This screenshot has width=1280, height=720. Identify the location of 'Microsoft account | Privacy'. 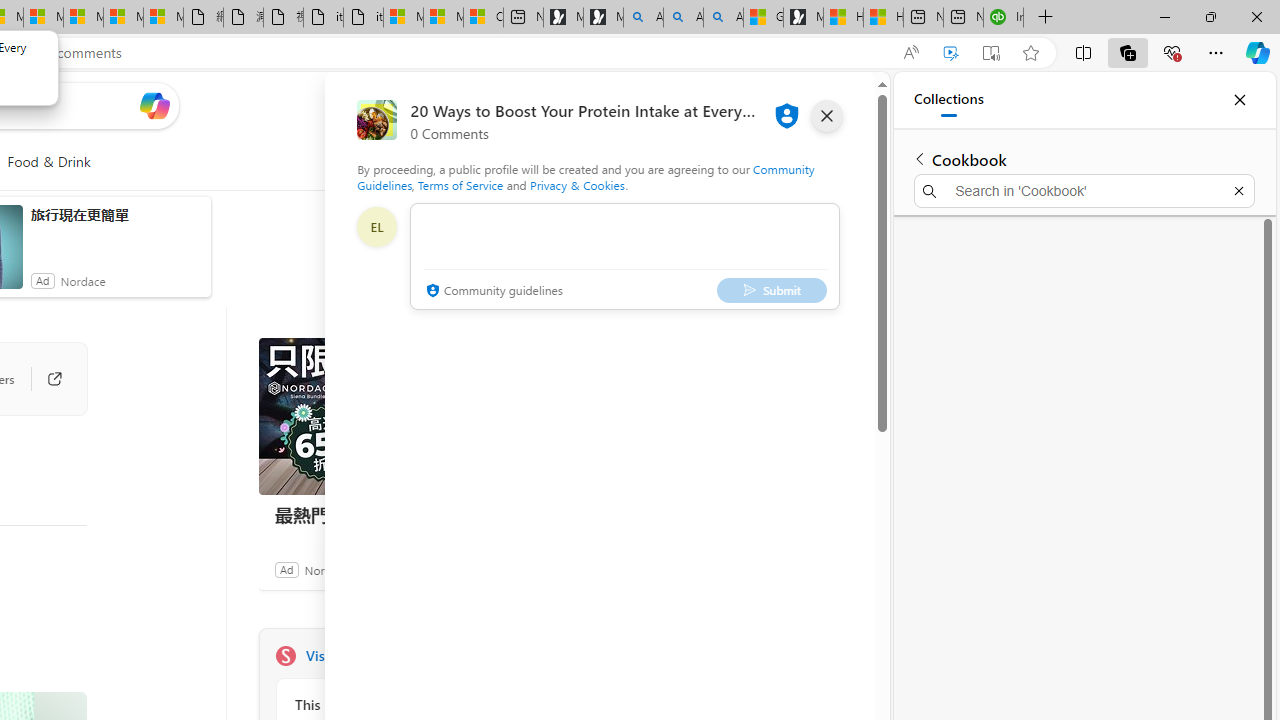
(442, 17).